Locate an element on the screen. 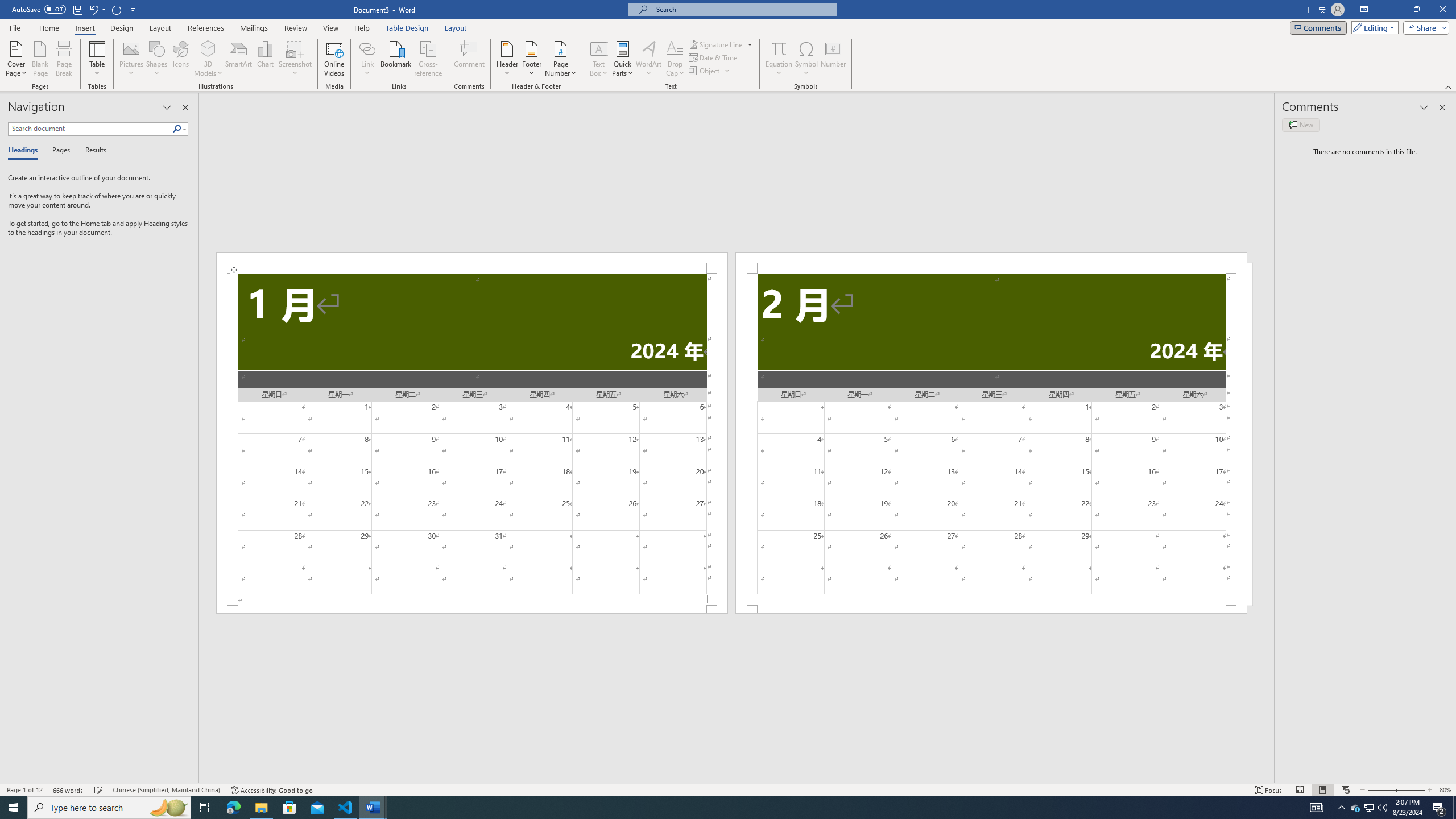 The image size is (1456, 819). 'Headings' is located at coordinates (25, 150).